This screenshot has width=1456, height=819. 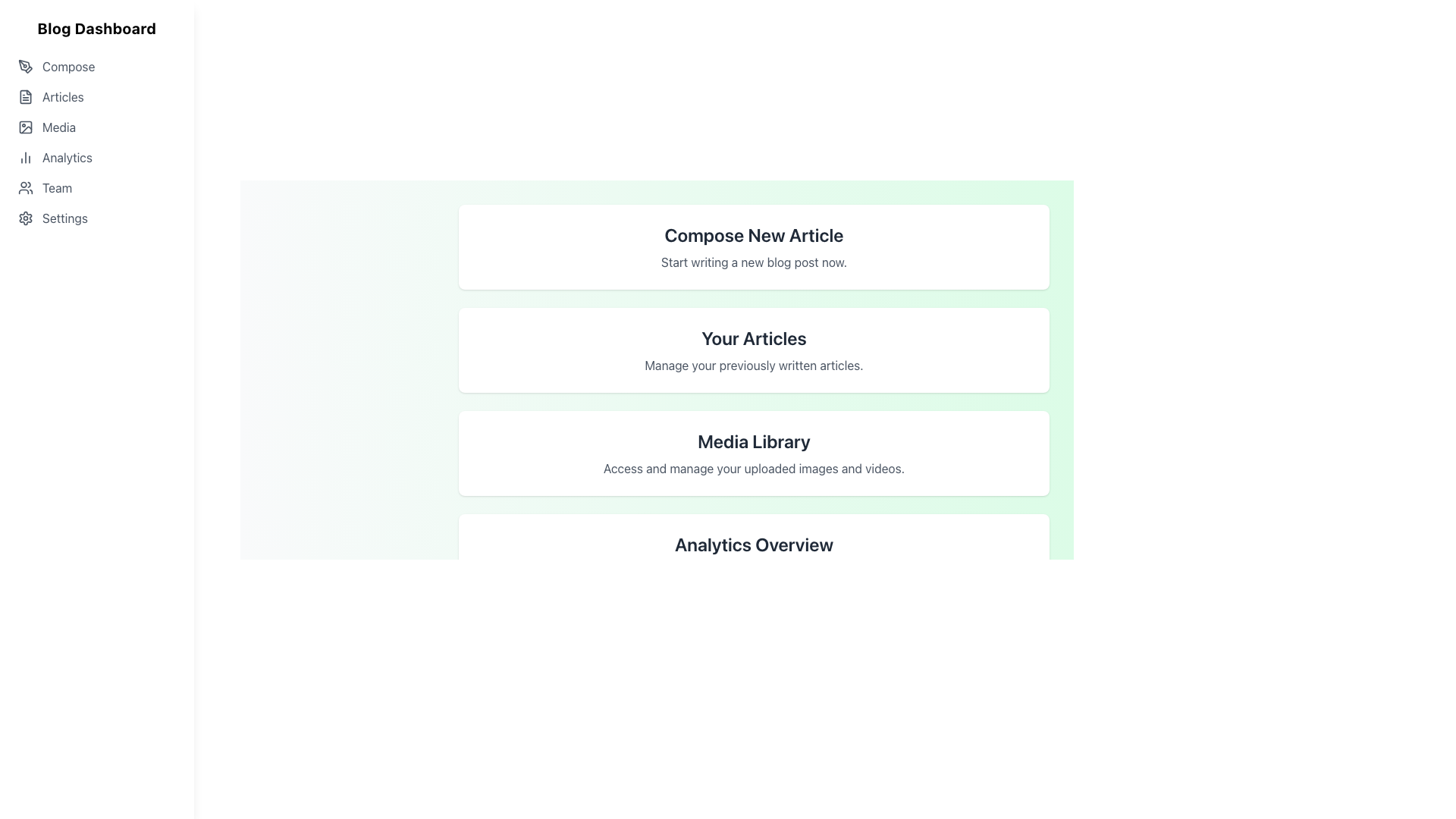 I want to click on the navigational link labeled 'Settings' located at the bottom of the menu list in the left sidebar, so click(x=96, y=218).